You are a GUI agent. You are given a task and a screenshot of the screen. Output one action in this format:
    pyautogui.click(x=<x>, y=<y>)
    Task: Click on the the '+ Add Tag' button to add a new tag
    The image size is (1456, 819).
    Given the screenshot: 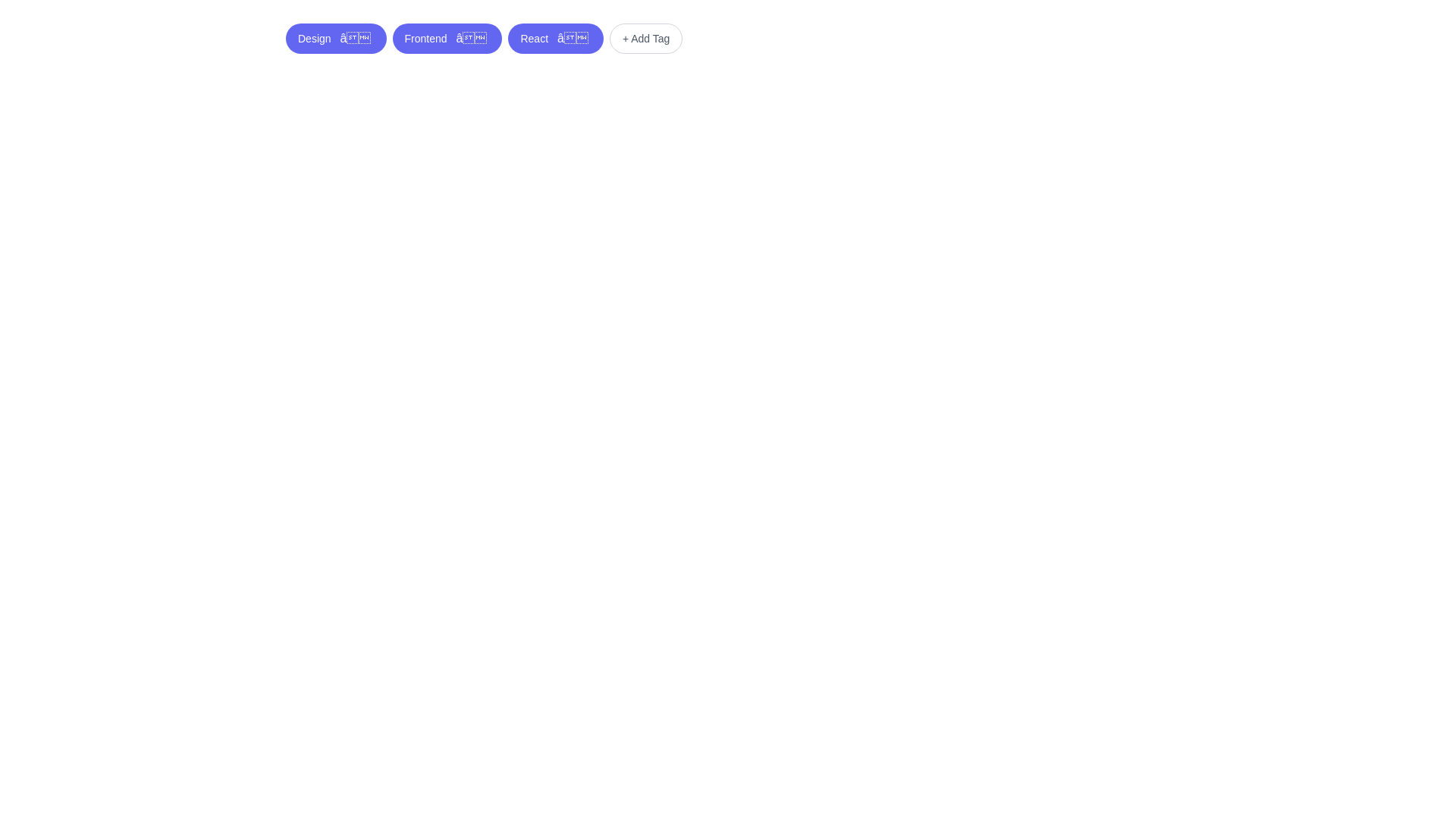 What is the action you would take?
    pyautogui.click(x=645, y=37)
    